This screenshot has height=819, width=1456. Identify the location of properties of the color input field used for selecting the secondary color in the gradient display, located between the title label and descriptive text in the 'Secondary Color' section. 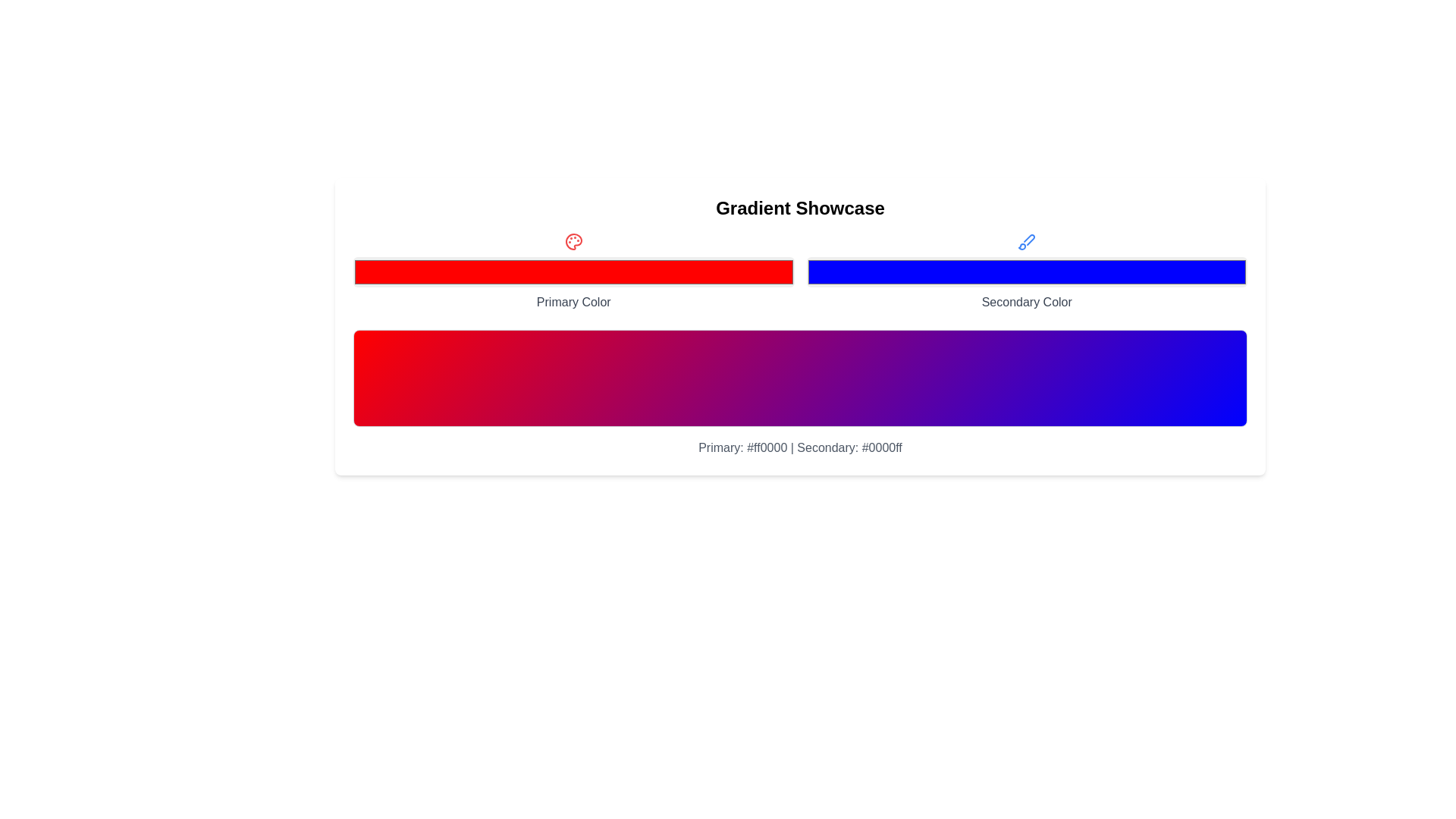
(1027, 271).